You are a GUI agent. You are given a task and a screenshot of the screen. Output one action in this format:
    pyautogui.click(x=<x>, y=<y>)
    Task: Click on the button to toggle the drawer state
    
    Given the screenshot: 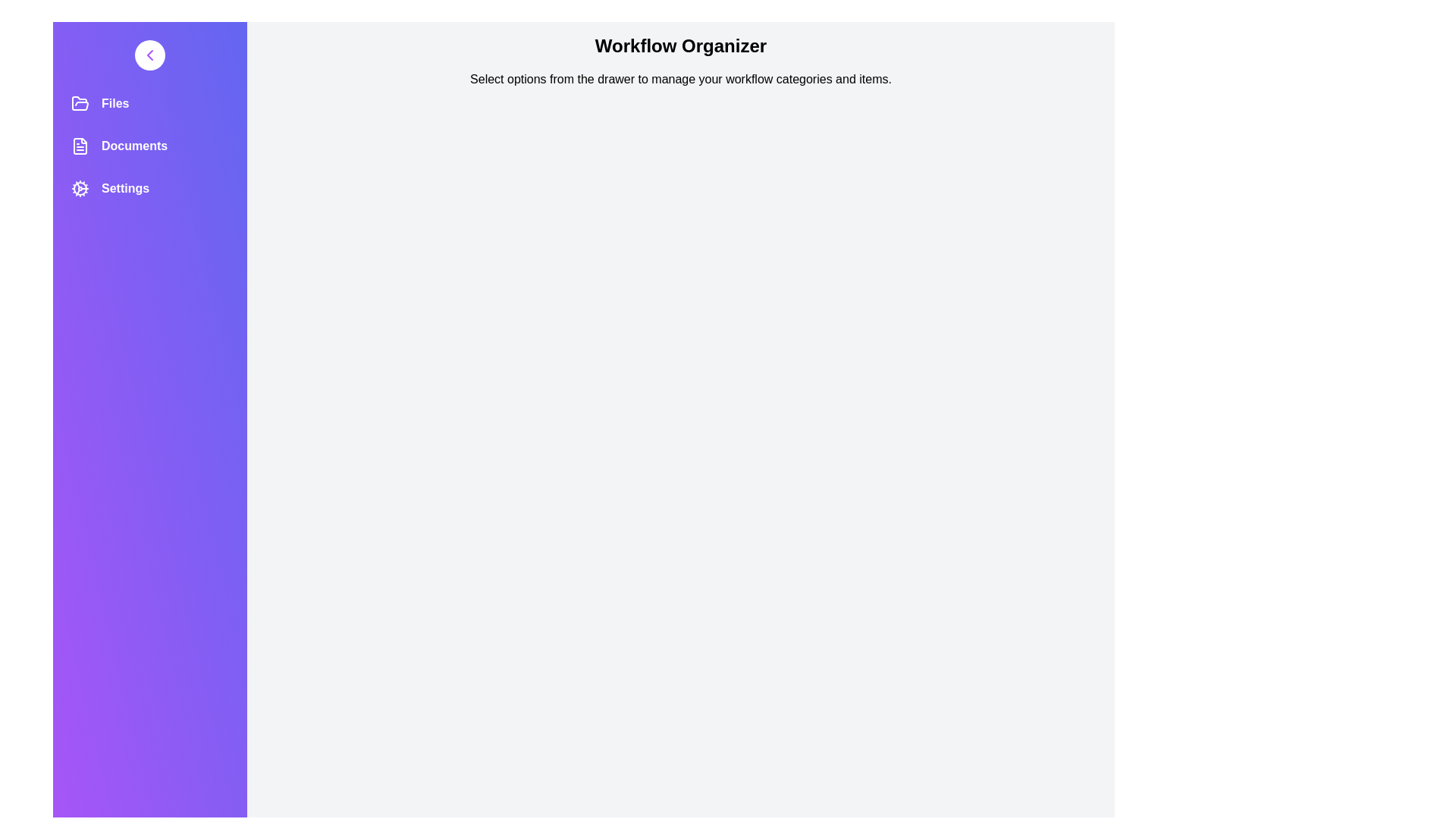 What is the action you would take?
    pyautogui.click(x=149, y=55)
    